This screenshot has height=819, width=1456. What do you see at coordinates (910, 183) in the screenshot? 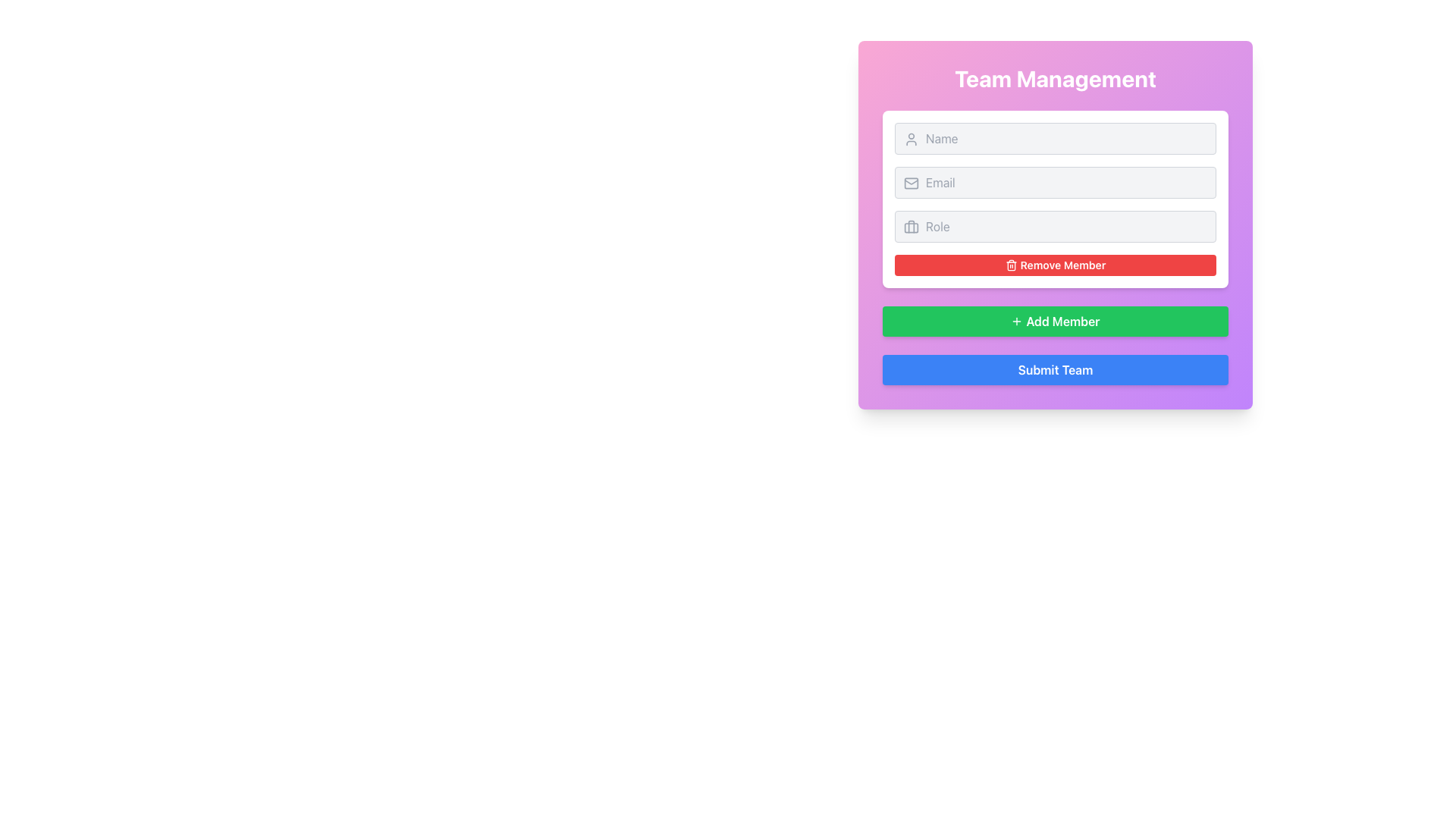
I see `the small gray envelope icon located to the left of the 'Email' text input field` at bounding box center [910, 183].